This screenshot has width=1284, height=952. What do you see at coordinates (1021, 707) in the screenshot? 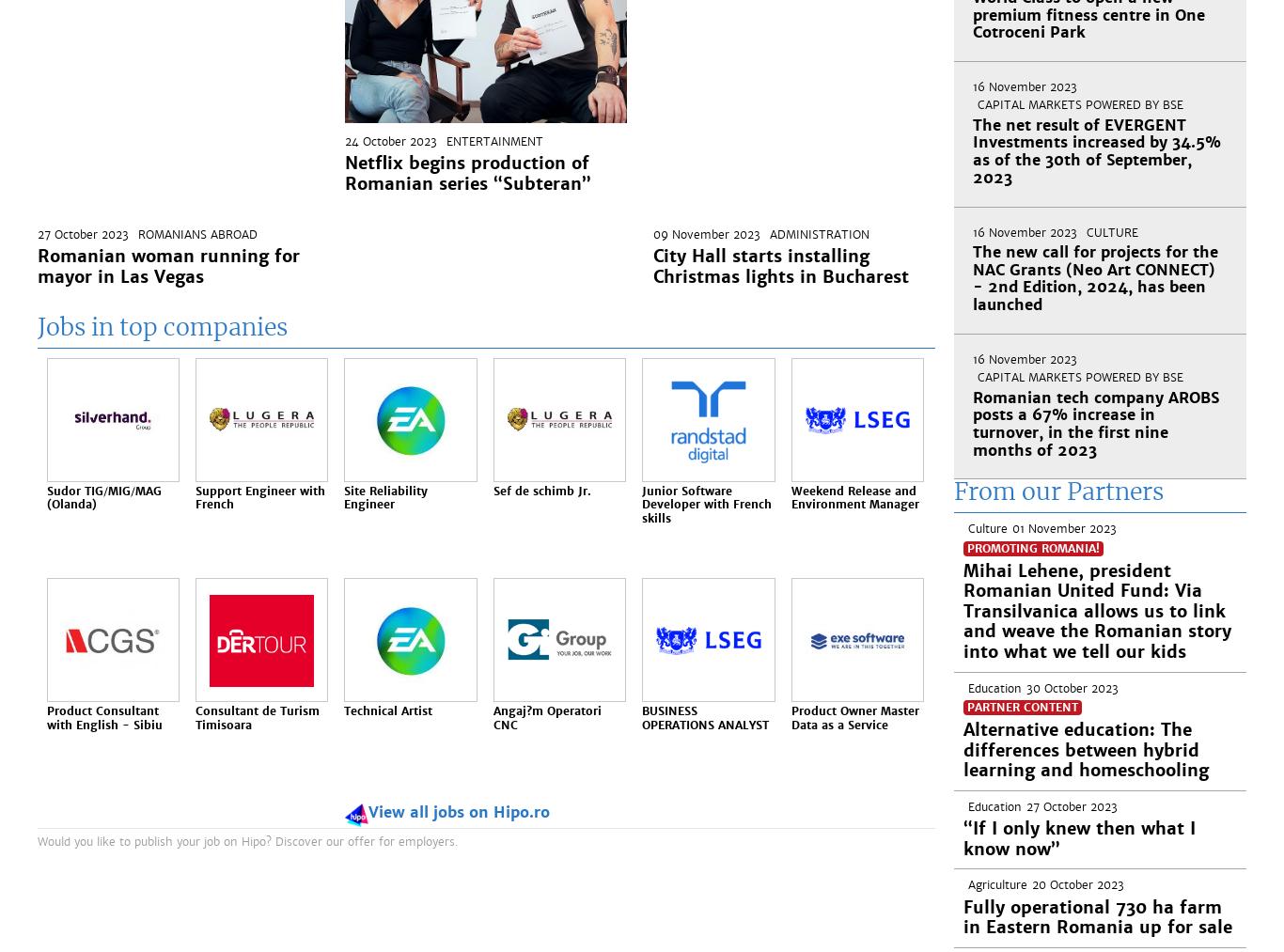
I see `'Partner Content'` at bounding box center [1021, 707].